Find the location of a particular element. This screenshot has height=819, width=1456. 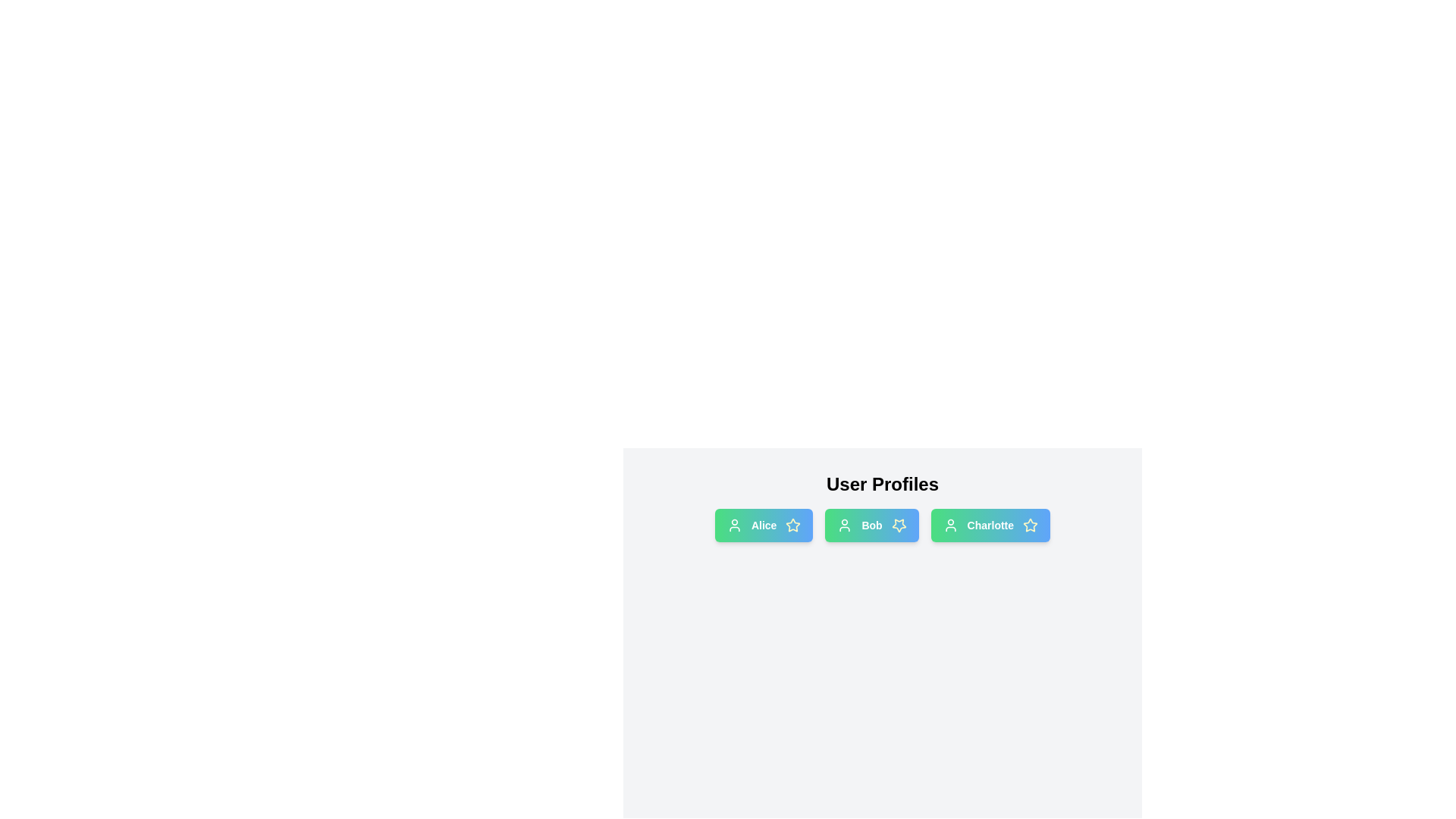

the star icon of Alice to toggle their follow status is located at coordinates (792, 525).